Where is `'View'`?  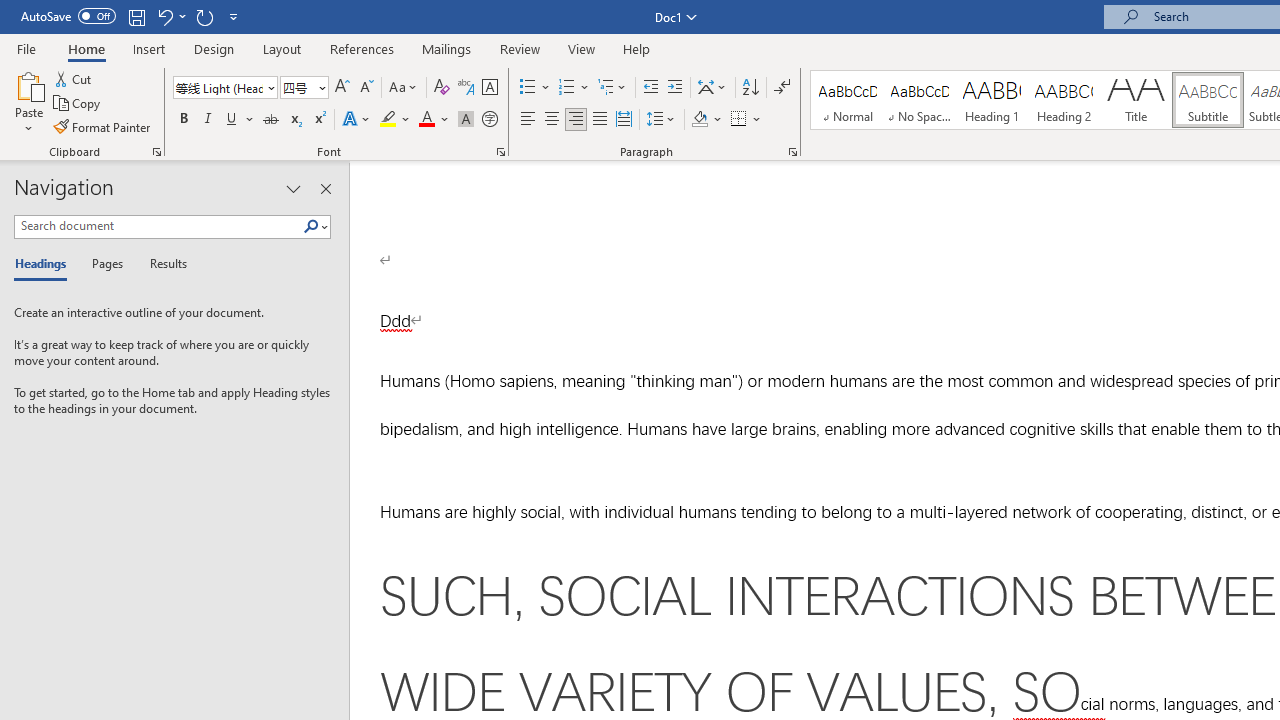 'View' is located at coordinates (581, 48).